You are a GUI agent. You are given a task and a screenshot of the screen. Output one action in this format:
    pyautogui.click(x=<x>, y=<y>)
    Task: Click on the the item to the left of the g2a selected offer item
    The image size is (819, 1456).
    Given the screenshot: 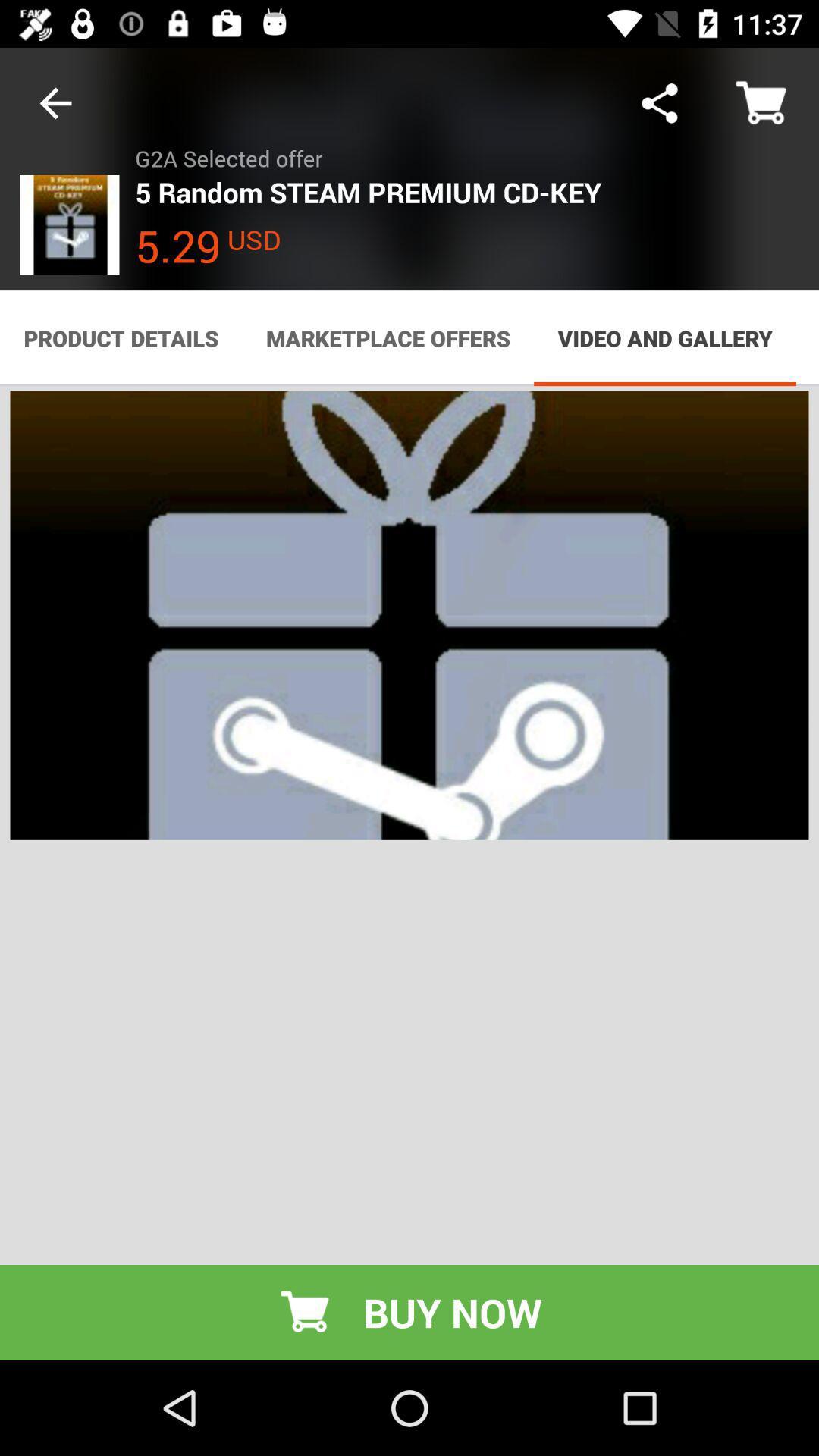 What is the action you would take?
    pyautogui.click(x=55, y=102)
    